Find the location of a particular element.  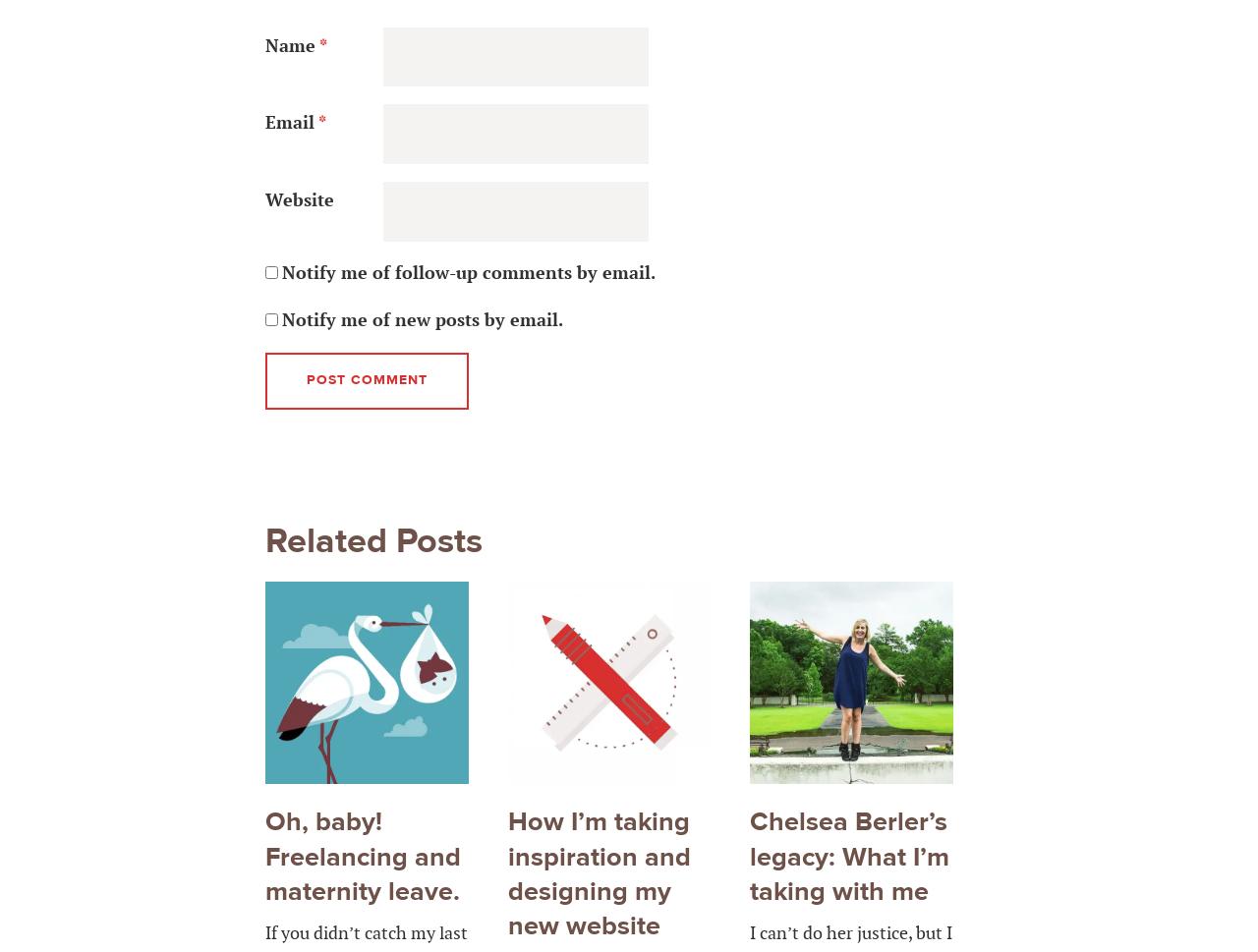

'Notify me of new posts by email.' is located at coordinates (421, 319).